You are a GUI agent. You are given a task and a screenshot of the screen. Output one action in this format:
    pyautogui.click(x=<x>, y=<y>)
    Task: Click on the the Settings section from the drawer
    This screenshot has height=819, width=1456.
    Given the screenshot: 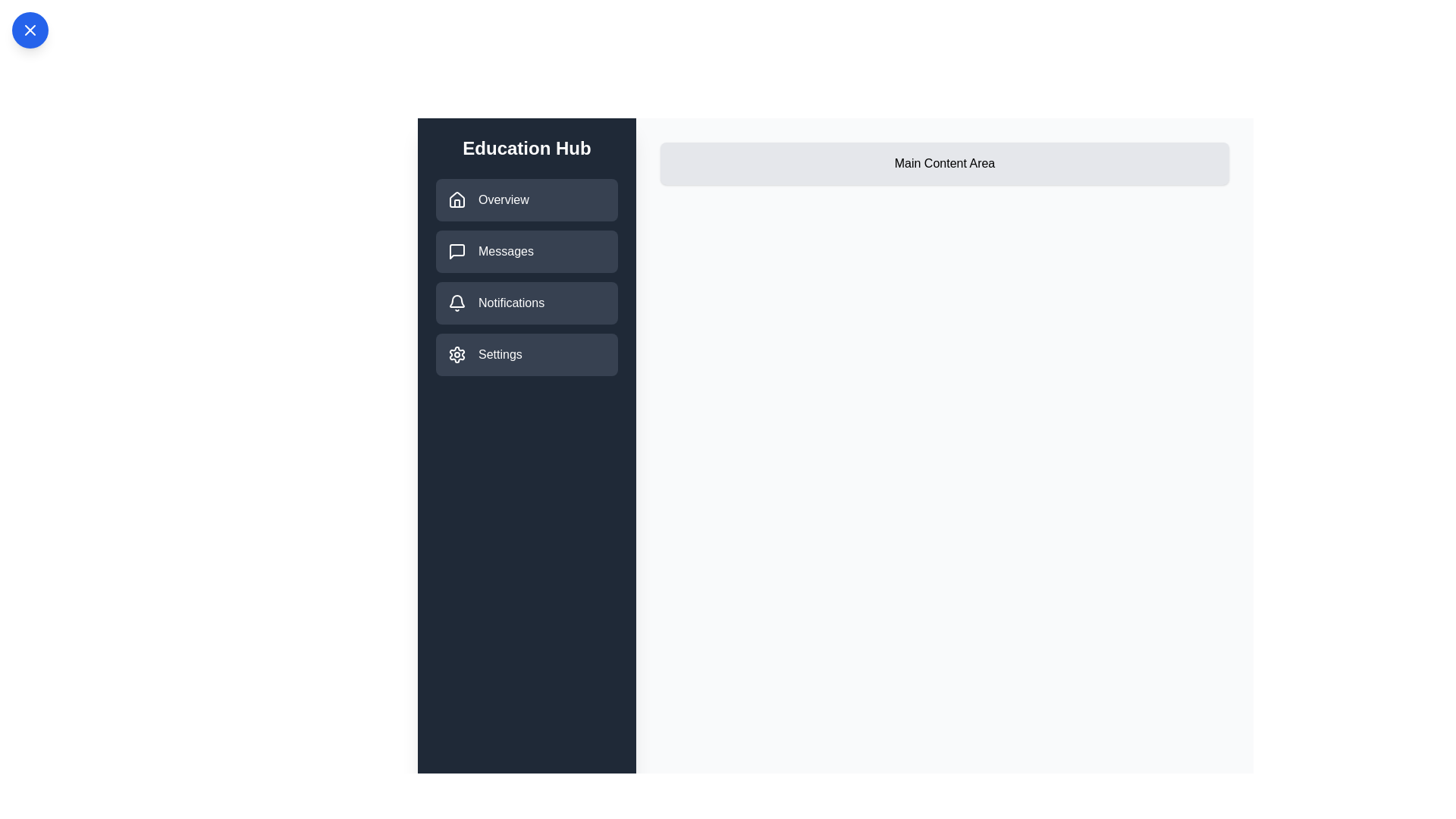 What is the action you would take?
    pyautogui.click(x=527, y=354)
    